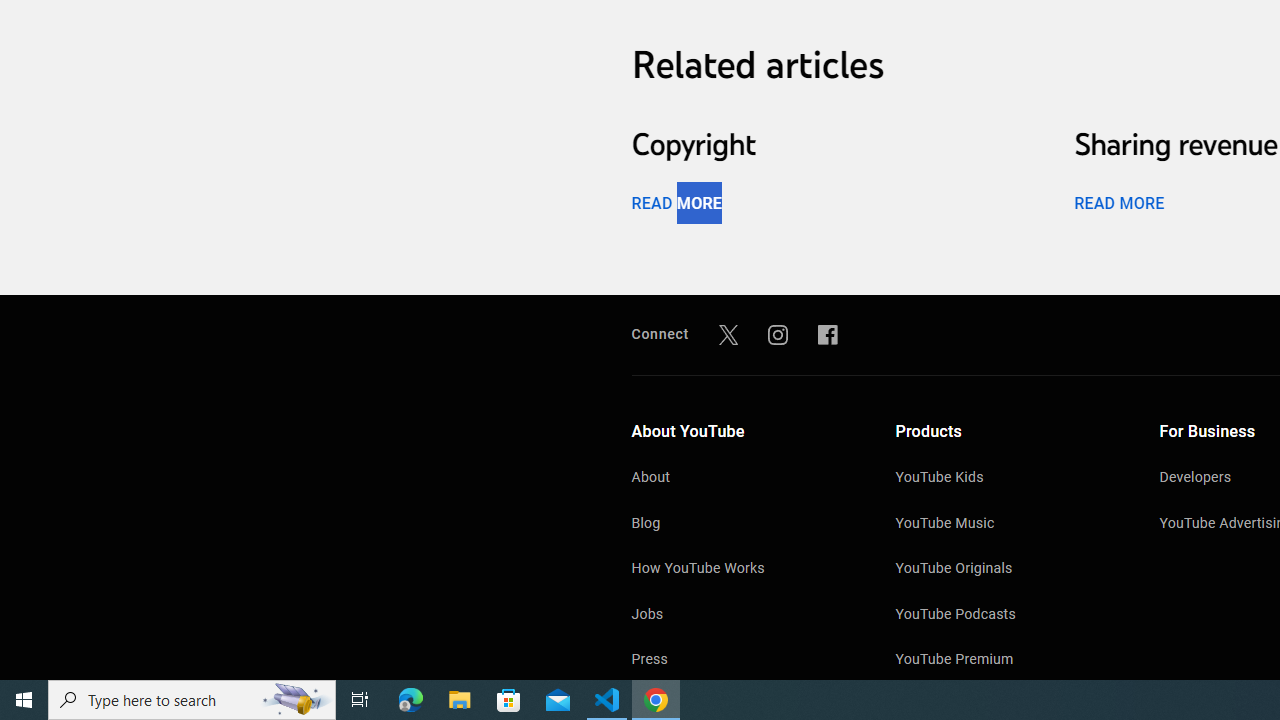  Describe the element at coordinates (742, 570) in the screenshot. I see `'How YouTube Works'` at that location.